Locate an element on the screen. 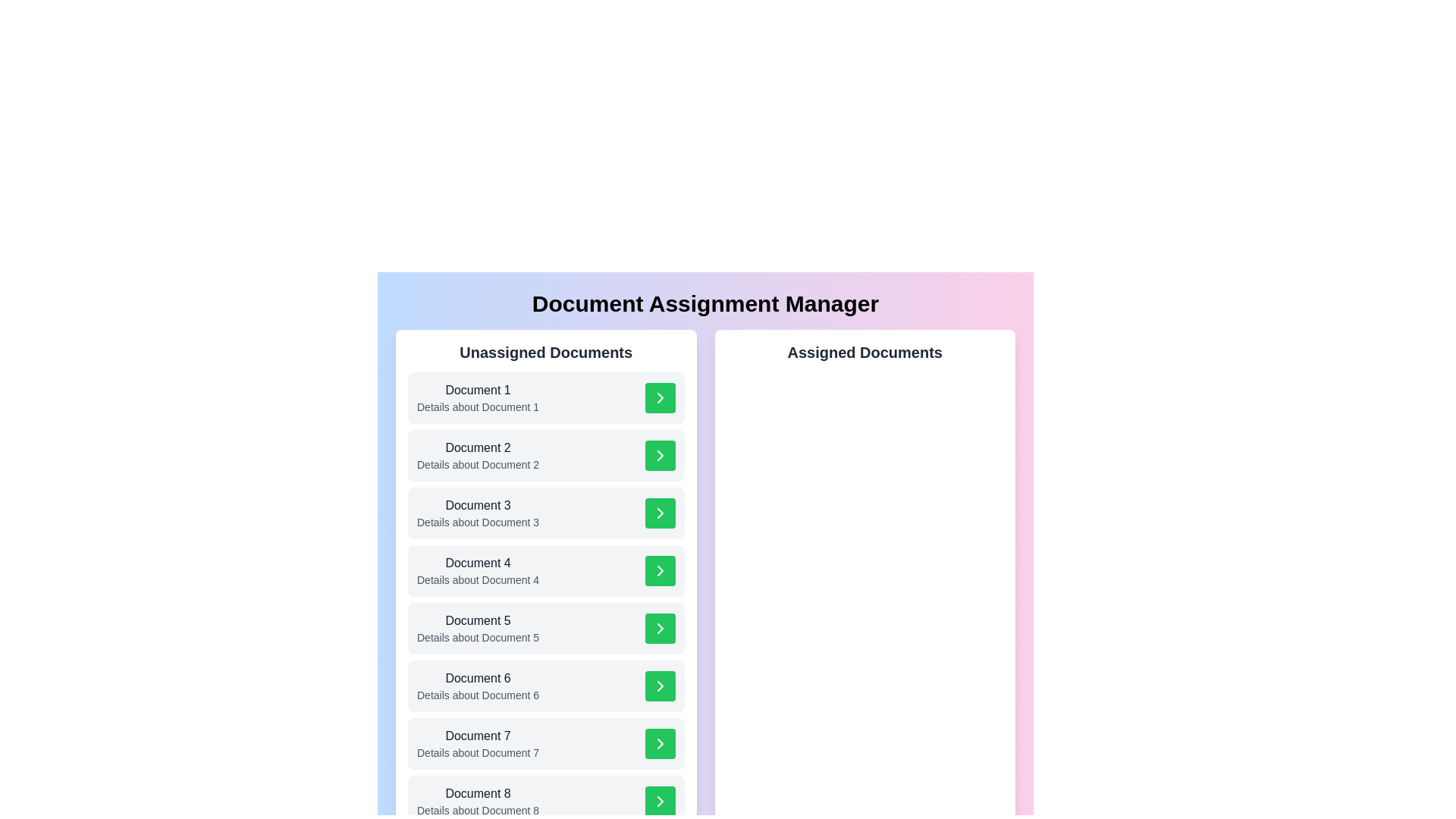  the non-interactive text label providing additional information about 'Document 8', located below its title in the 'Unassigned Documents' section is located at coordinates (477, 809).